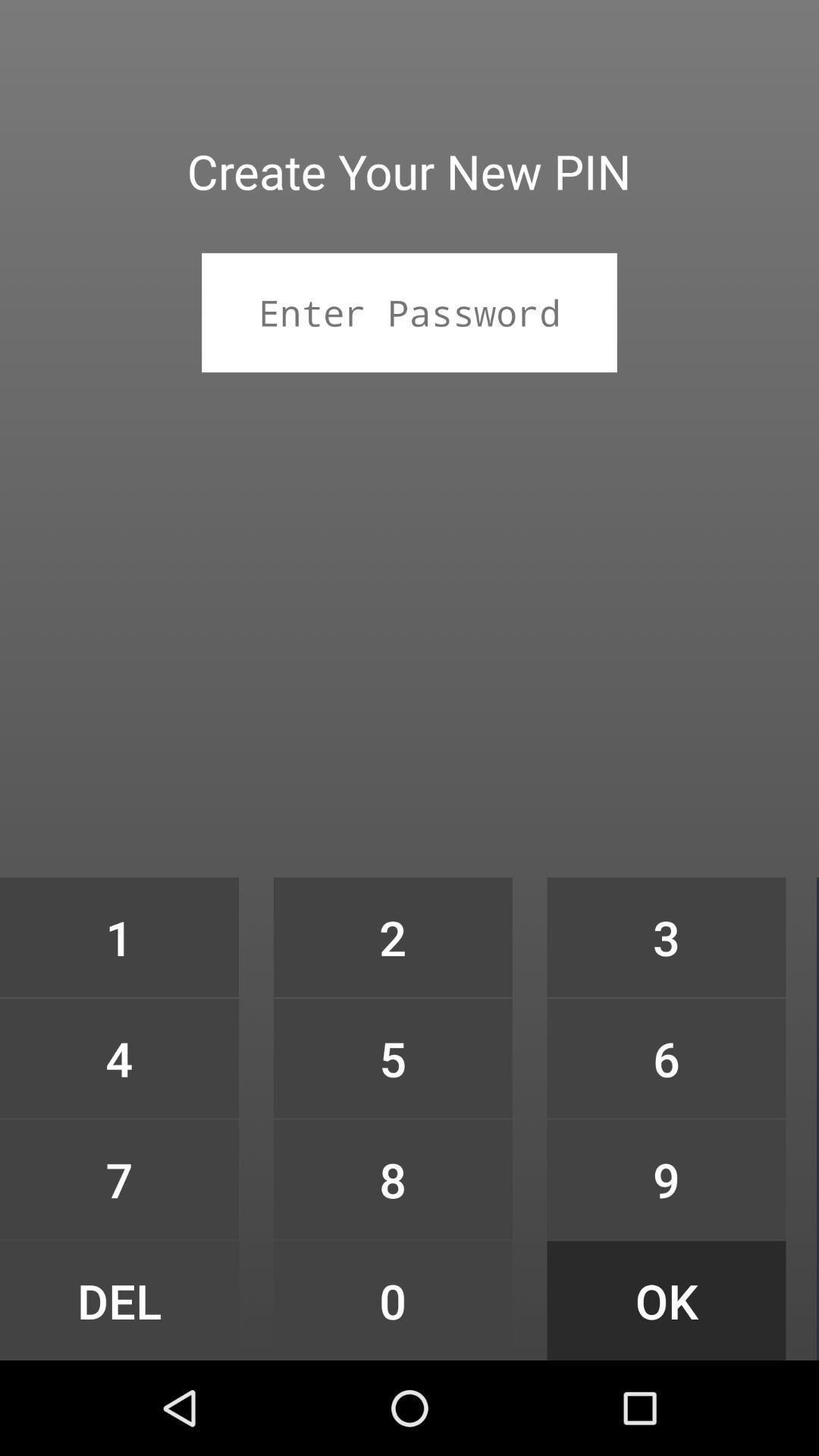 This screenshot has width=819, height=1456. Describe the element at coordinates (666, 937) in the screenshot. I see `3 item` at that location.